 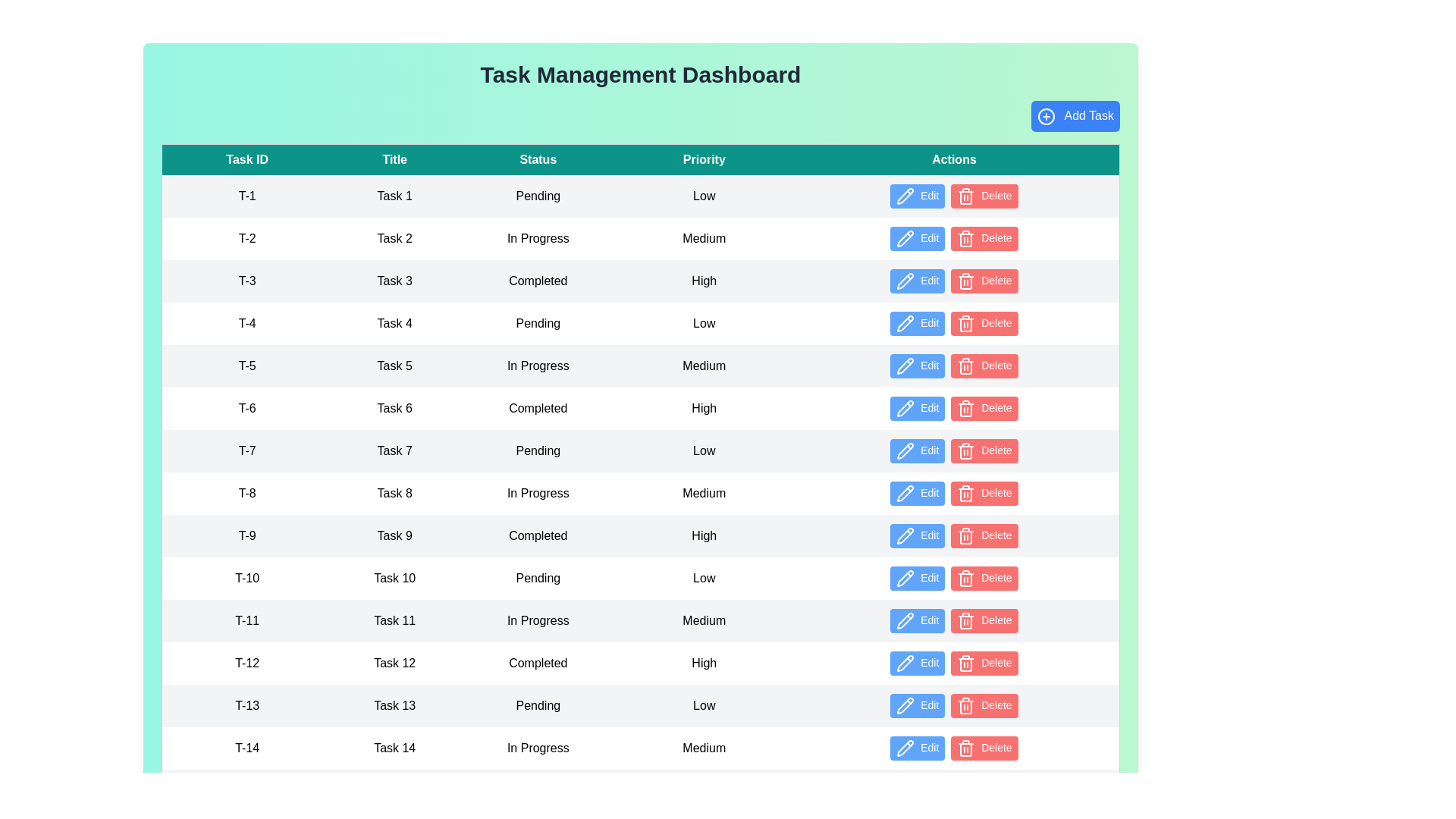 I want to click on the 'Edit' button in the Actions column for the specified task, so click(x=916, y=195).